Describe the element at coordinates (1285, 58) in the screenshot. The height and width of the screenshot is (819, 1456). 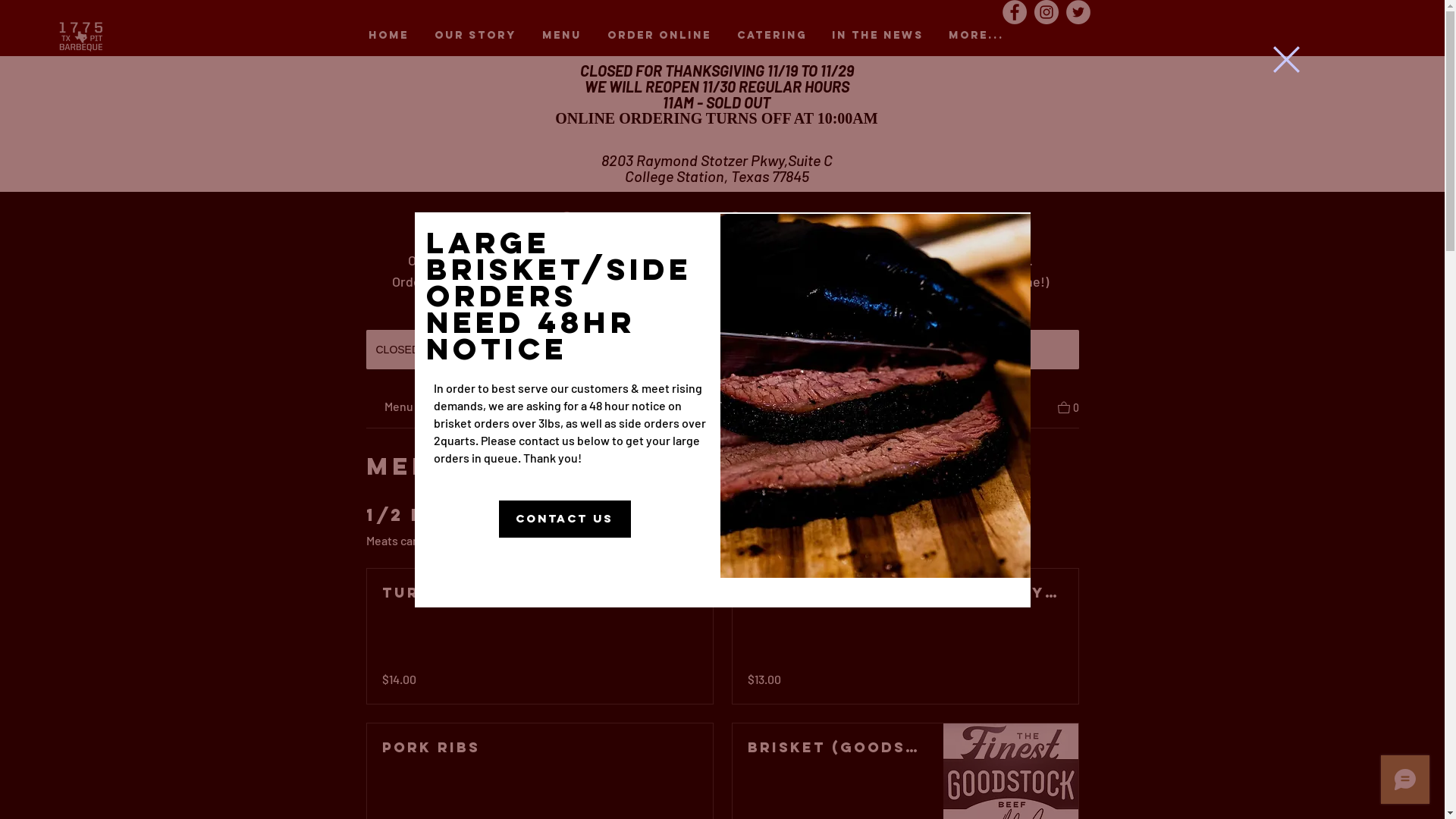
I see `'Back to site'` at that location.